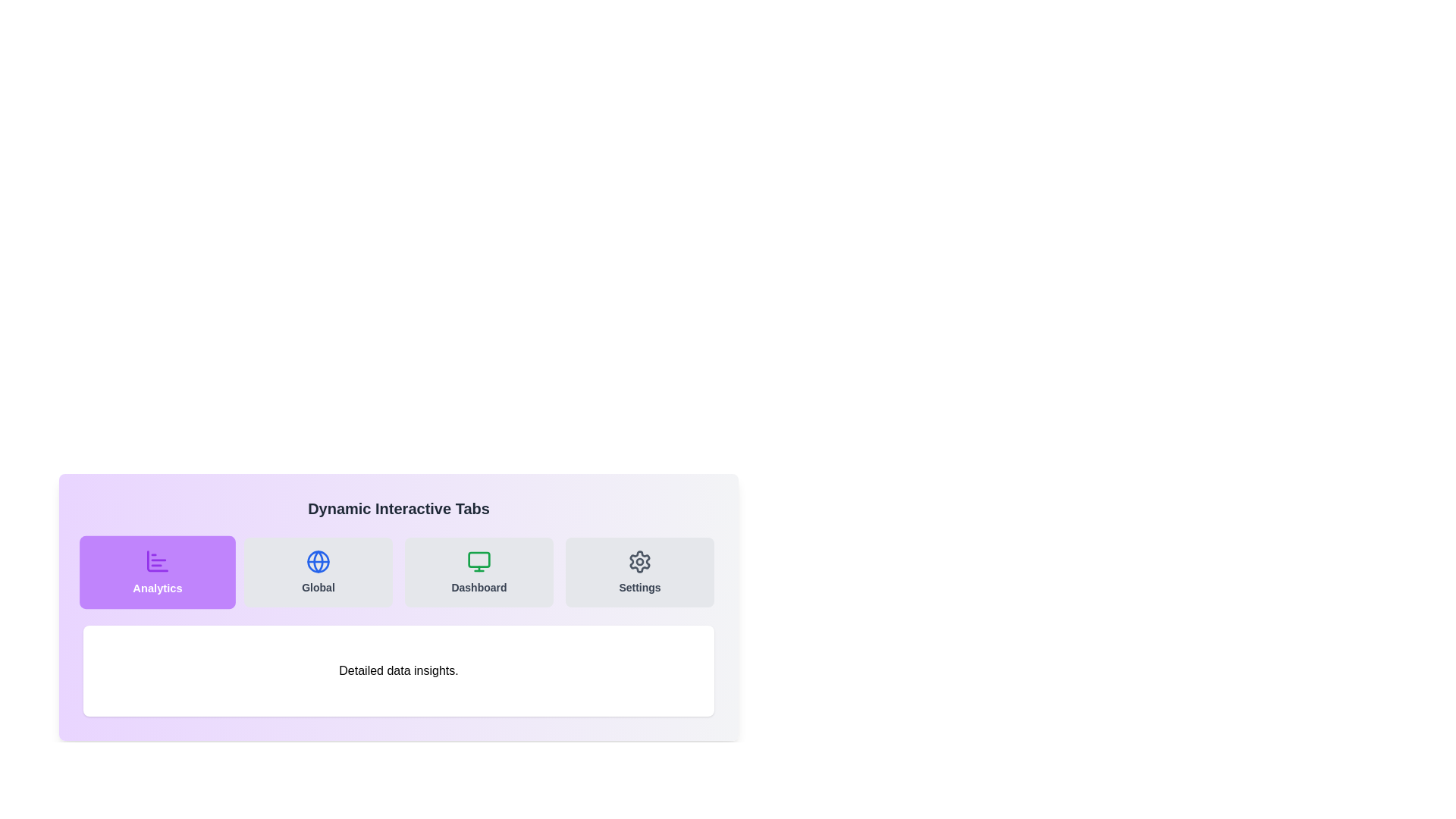 This screenshot has width=1456, height=819. What do you see at coordinates (640, 561) in the screenshot?
I see `the settings icon, which is represented by a cogwheel or gear, located in the first graphical part of the 'Settings' section in the fourth column of the grid layout` at bounding box center [640, 561].